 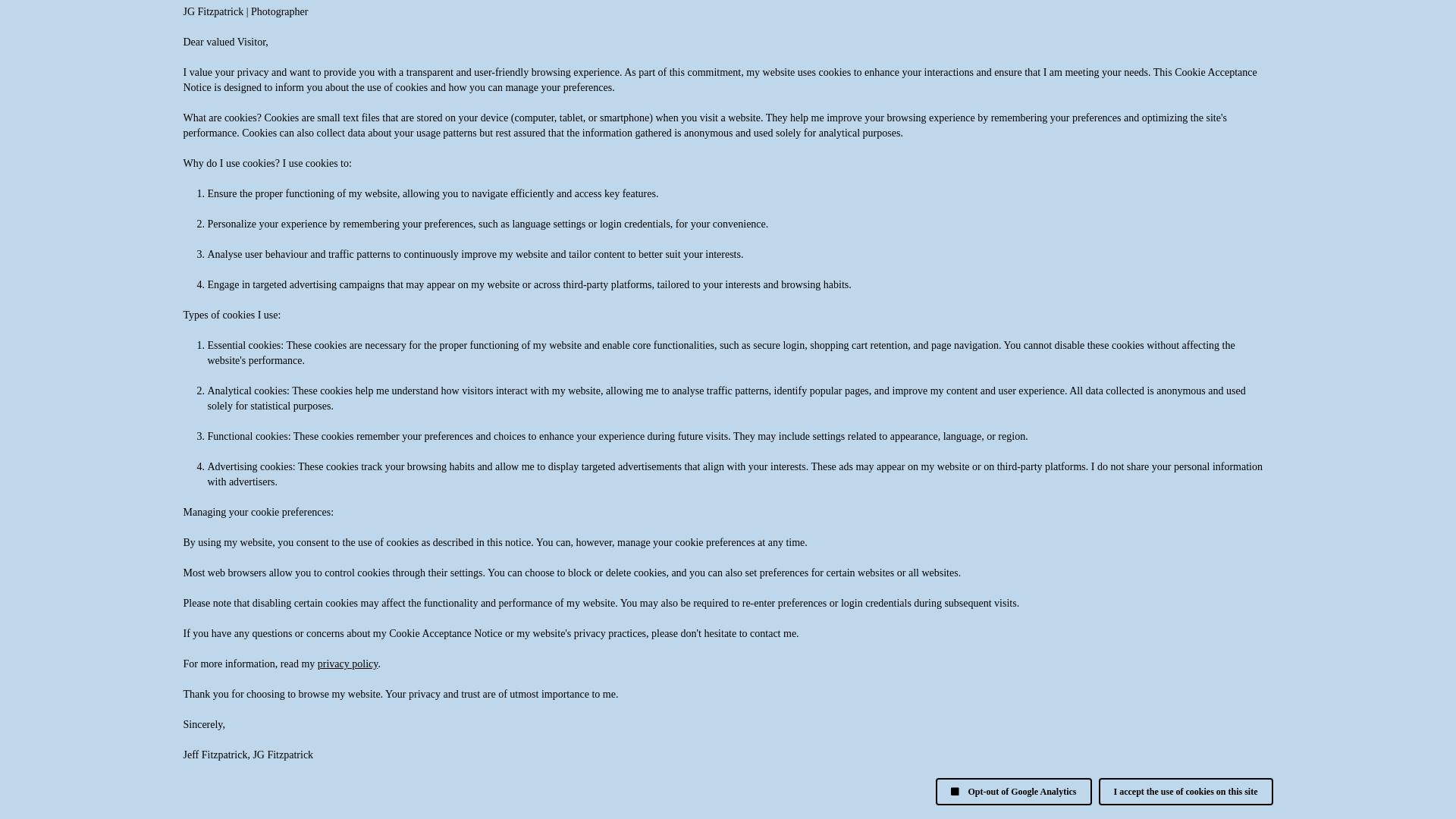 I want to click on 'I accept the use of cookies on this site', so click(x=1099, y=791).